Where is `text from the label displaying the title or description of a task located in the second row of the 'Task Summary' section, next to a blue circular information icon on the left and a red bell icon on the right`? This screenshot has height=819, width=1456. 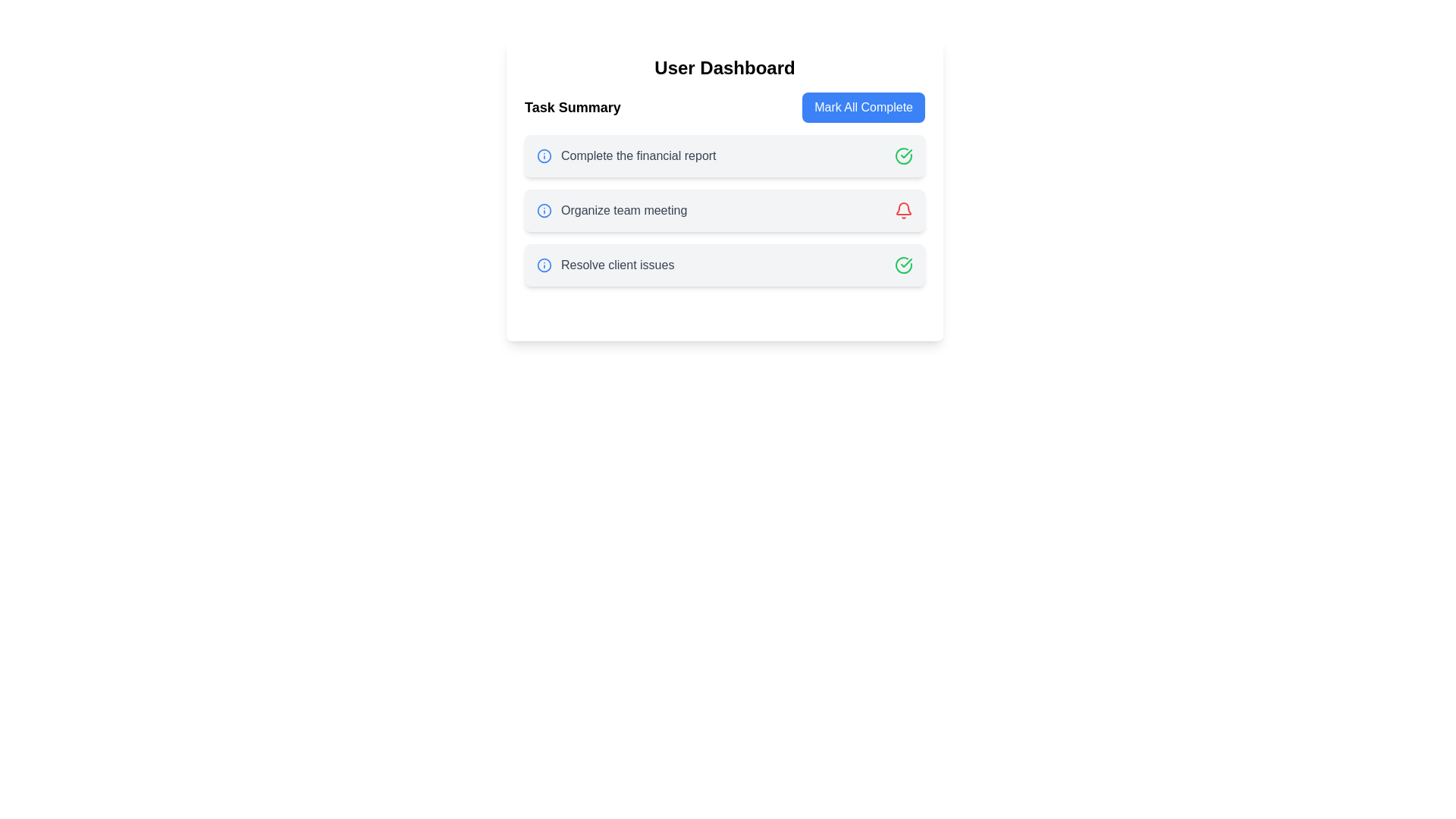 text from the label displaying the title or description of a task located in the second row of the 'Task Summary' section, next to a blue circular information icon on the left and a red bell icon on the right is located at coordinates (624, 210).